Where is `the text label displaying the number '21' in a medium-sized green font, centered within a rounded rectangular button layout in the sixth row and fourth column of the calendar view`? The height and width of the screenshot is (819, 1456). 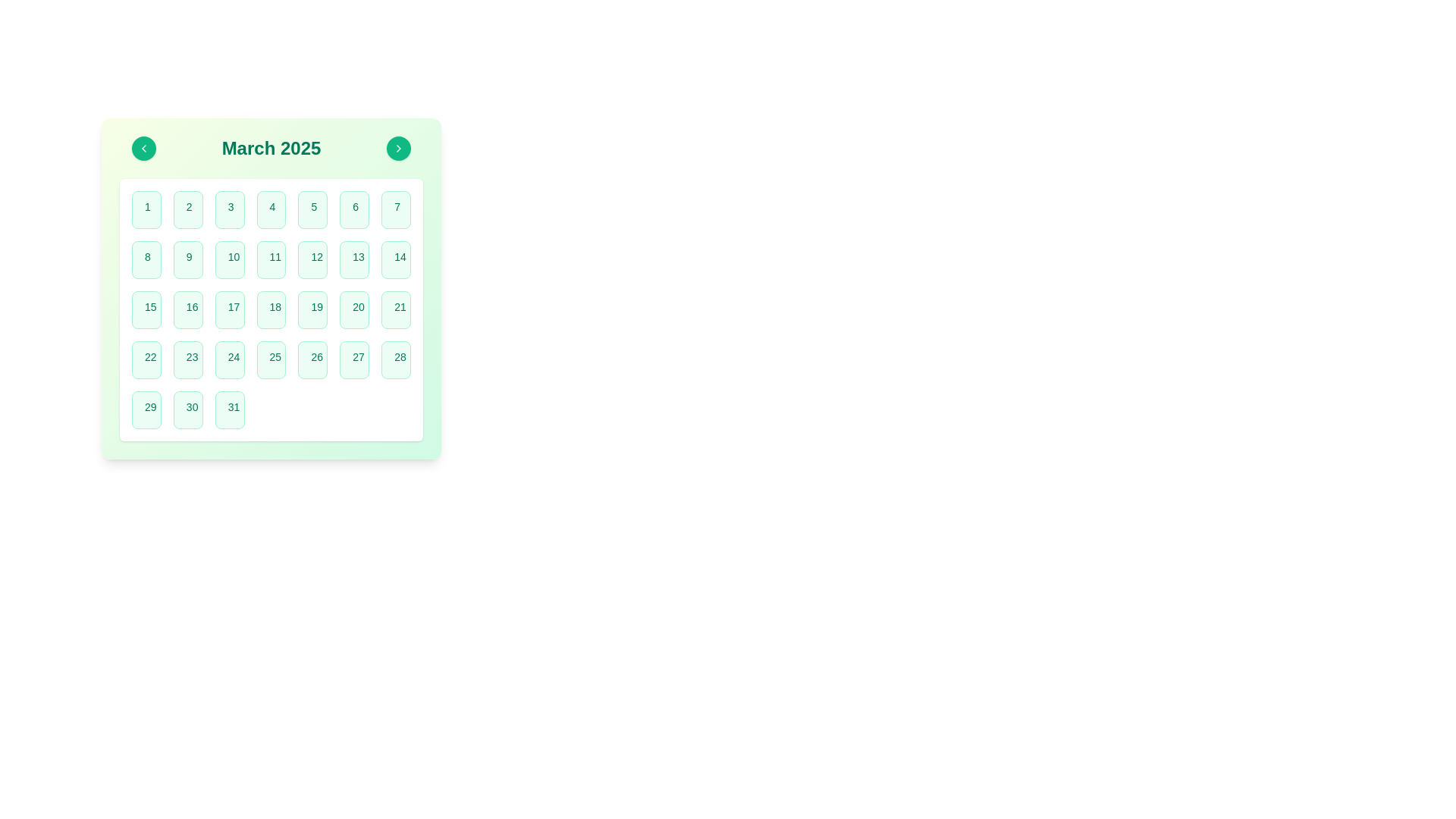 the text label displaying the number '21' in a medium-sized green font, centered within a rounded rectangular button layout in the sixth row and fourth column of the calendar view is located at coordinates (400, 307).